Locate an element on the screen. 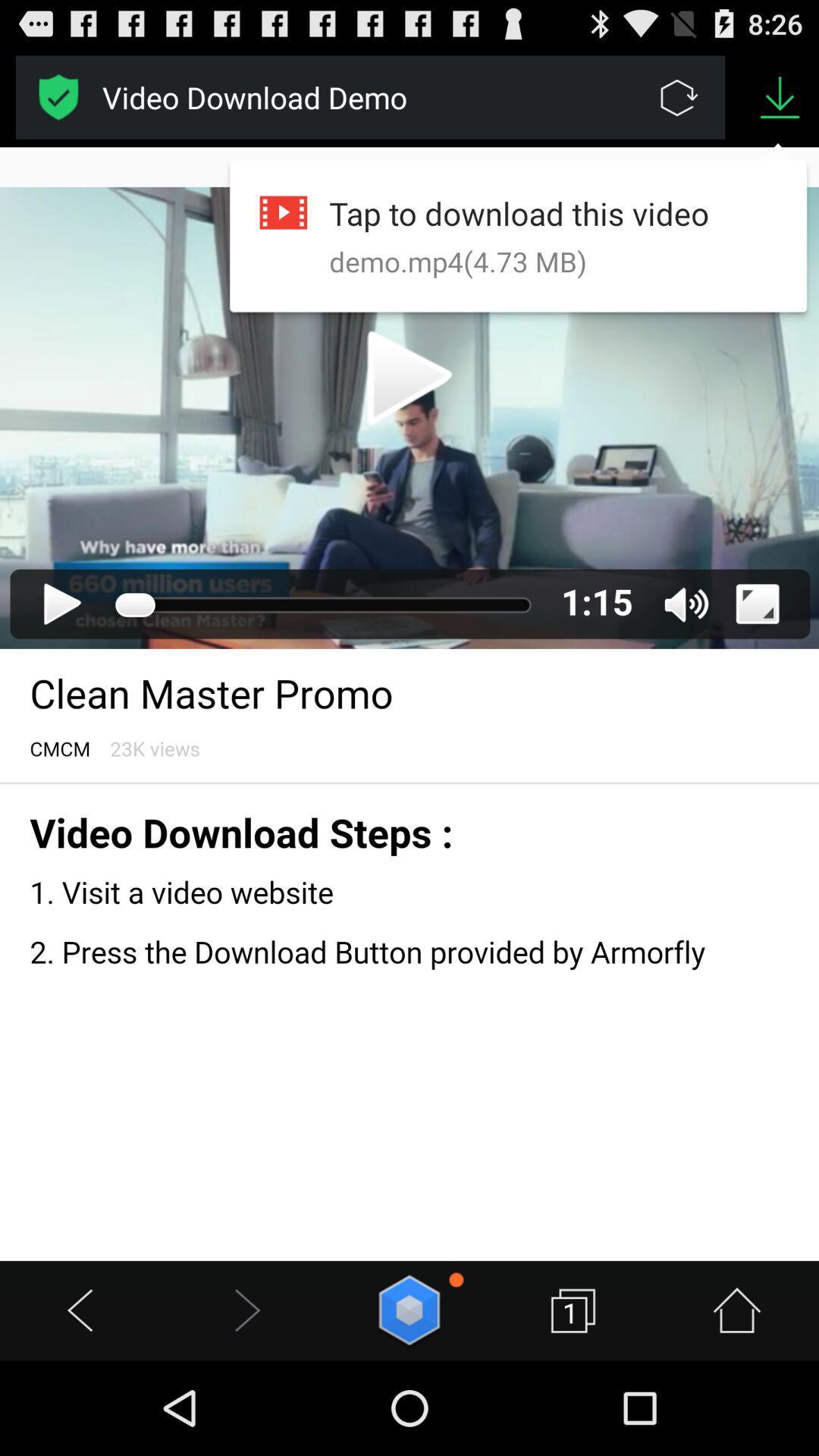  button is located at coordinates (409, 1310).